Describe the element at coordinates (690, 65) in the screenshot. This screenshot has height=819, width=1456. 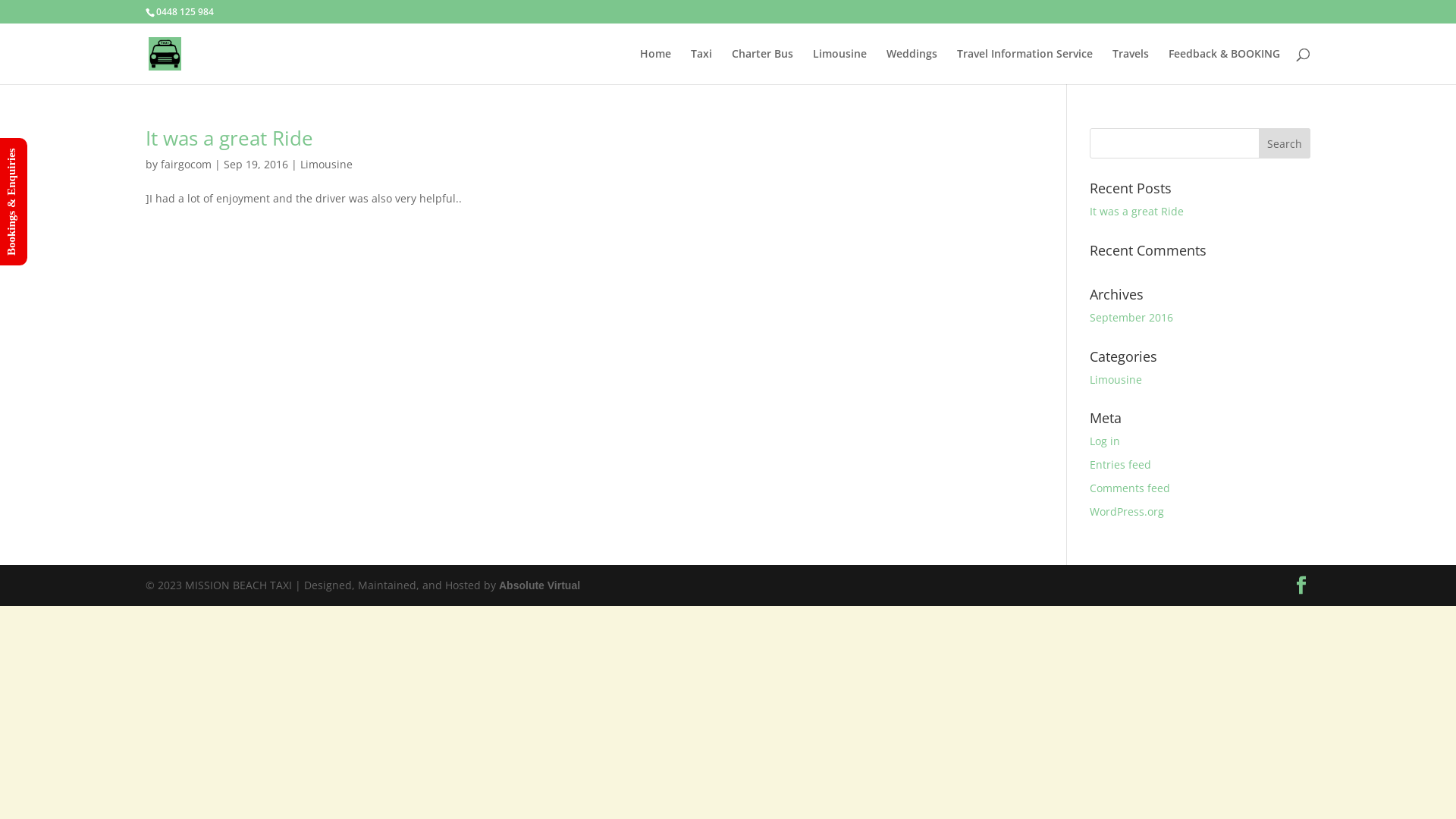
I see `'Taxi'` at that location.